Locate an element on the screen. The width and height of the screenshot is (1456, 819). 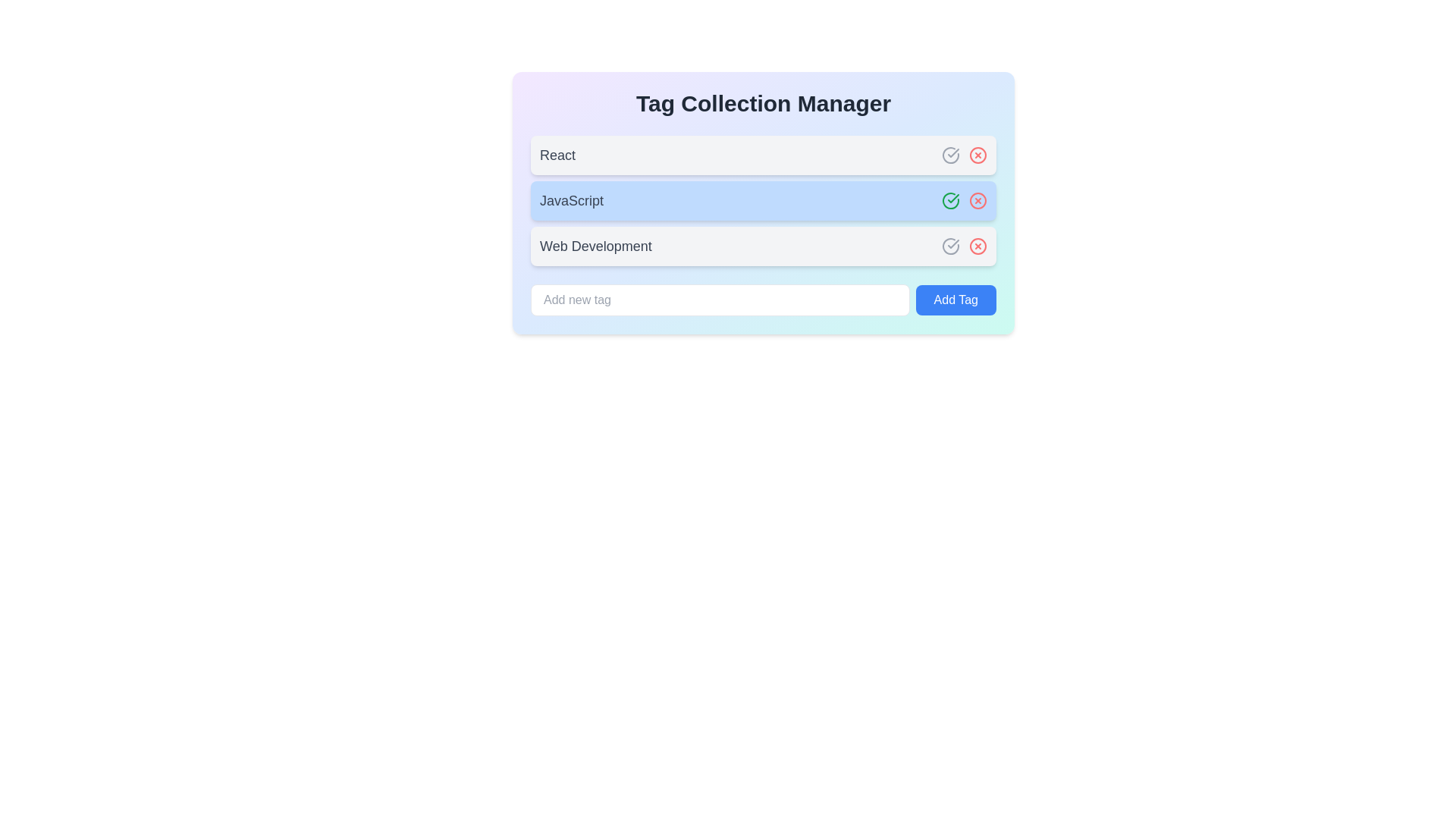
the circular red button with a white 'X' symbol, which is the third icon in the row next to the 'Web Development' tag, to observe any additional visual feedback is located at coordinates (978, 245).